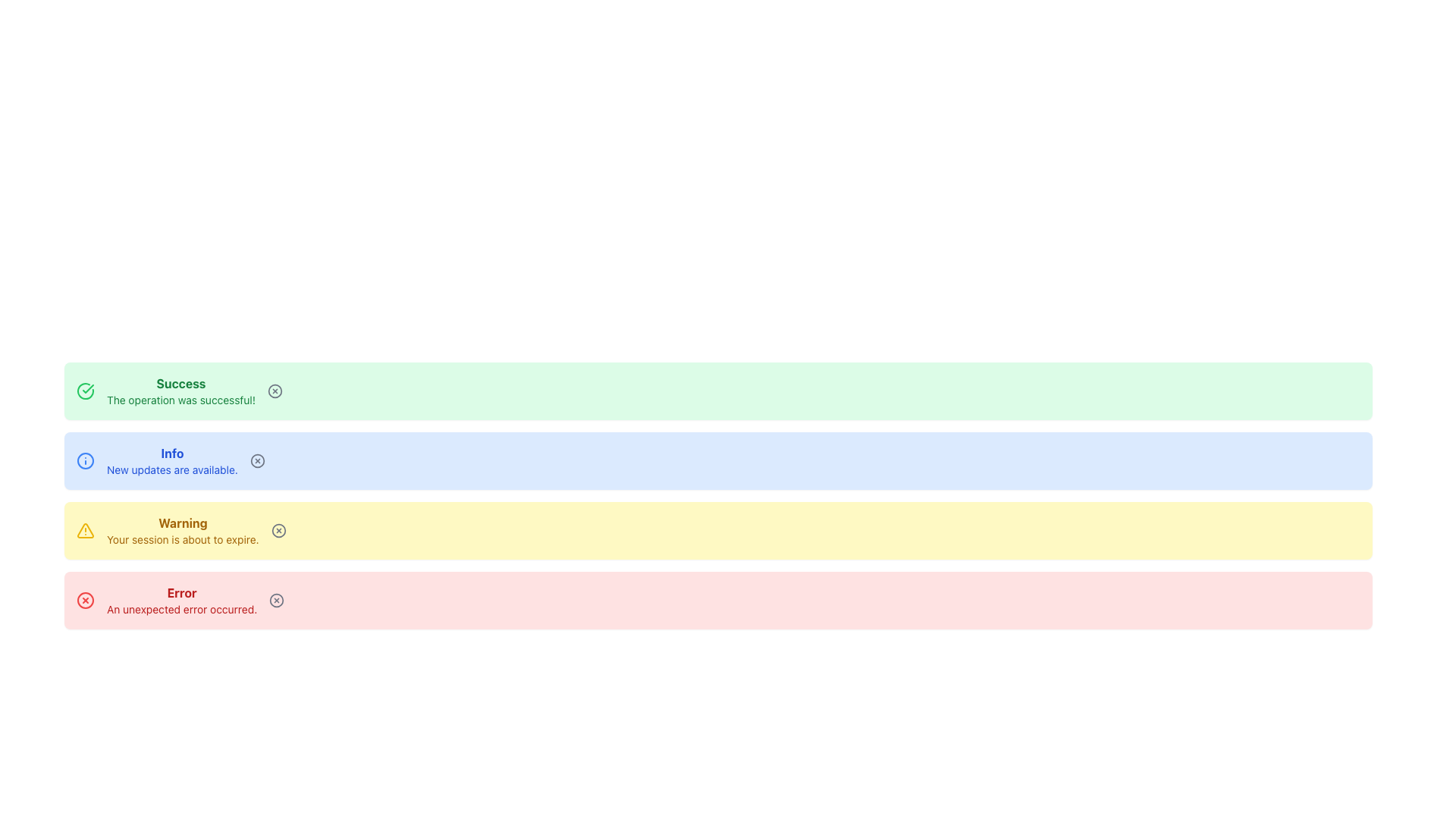  I want to click on the static text in the blue notification box that informs the user about the availability of new updates, which is located directly below the word 'Info.', so click(172, 469).